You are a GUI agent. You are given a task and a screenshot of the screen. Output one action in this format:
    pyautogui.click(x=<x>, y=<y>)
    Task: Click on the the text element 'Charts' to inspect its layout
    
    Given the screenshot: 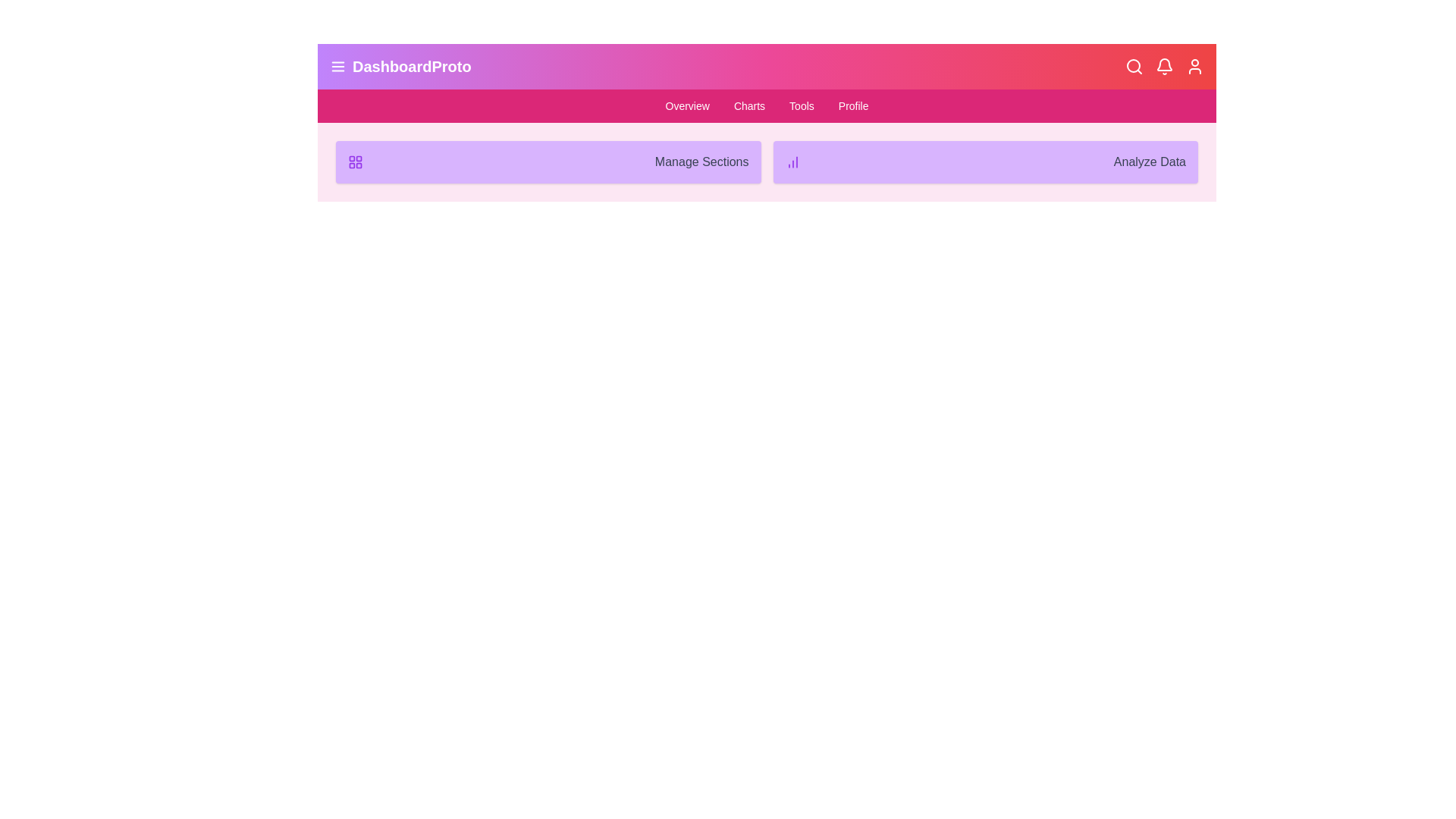 What is the action you would take?
    pyautogui.click(x=749, y=105)
    